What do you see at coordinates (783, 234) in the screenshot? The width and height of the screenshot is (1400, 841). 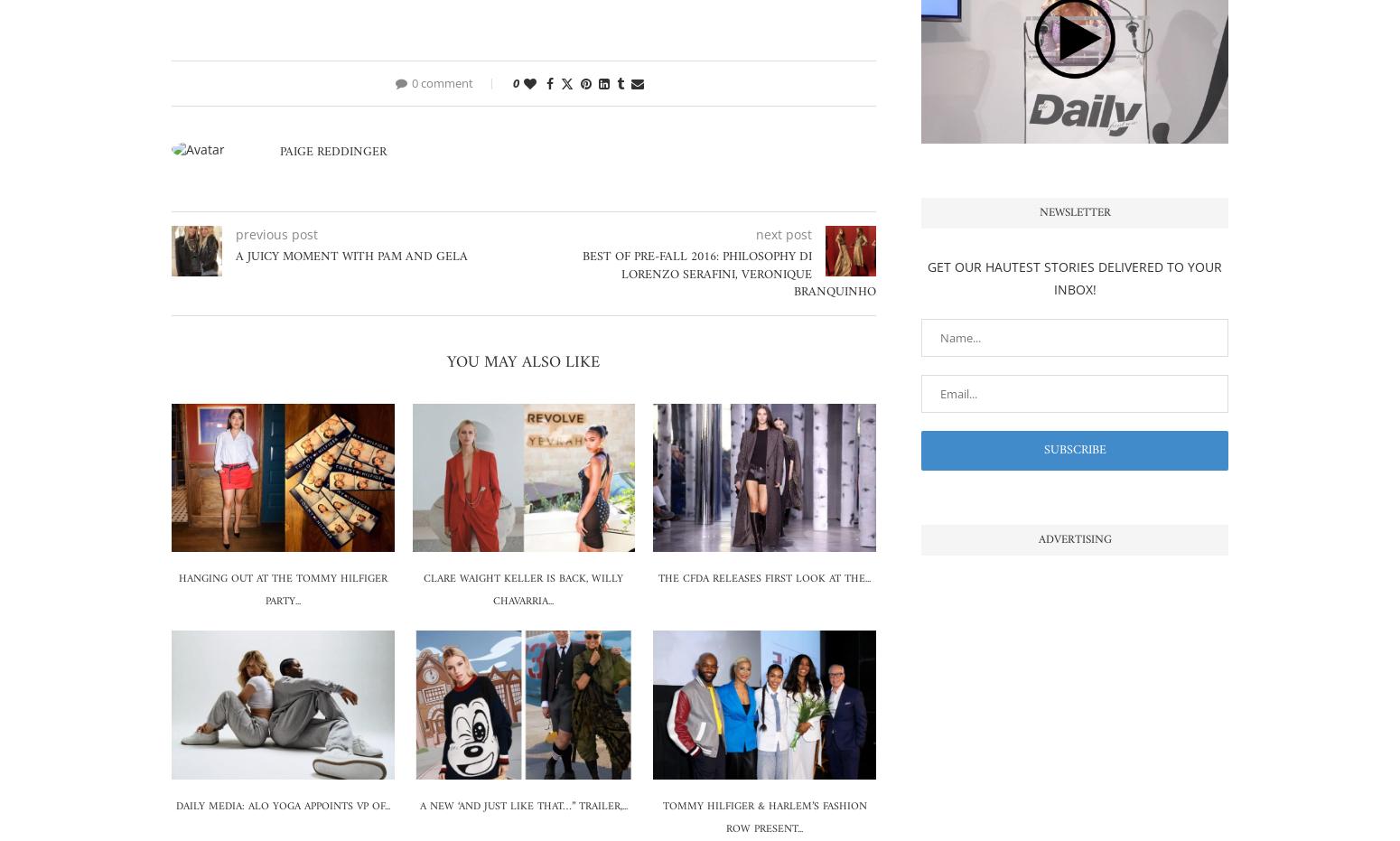 I see `'next post'` at bounding box center [783, 234].